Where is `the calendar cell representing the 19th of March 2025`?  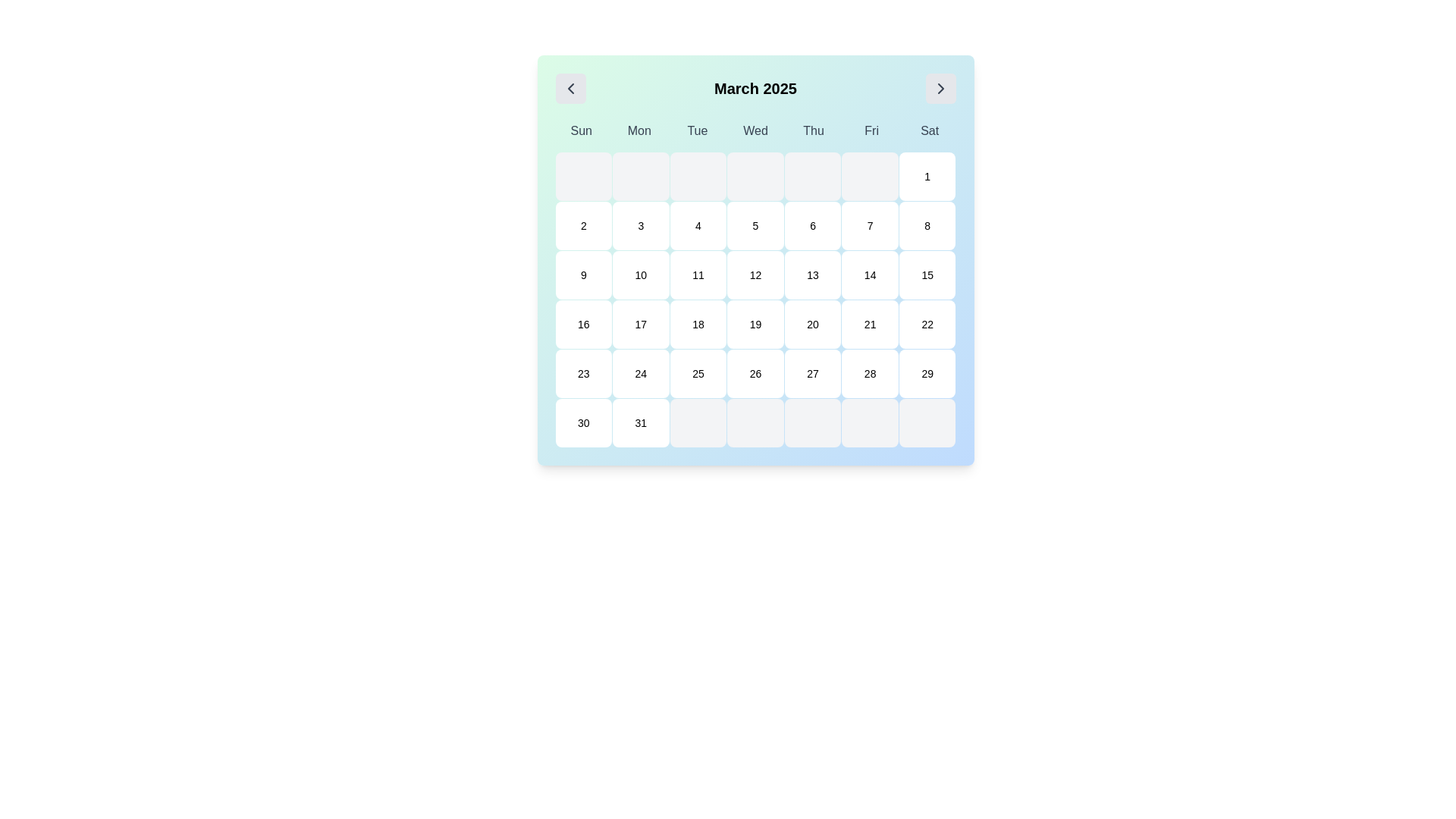
the calendar cell representing the 19th of March 2025 is located at coordinates (755, 324).